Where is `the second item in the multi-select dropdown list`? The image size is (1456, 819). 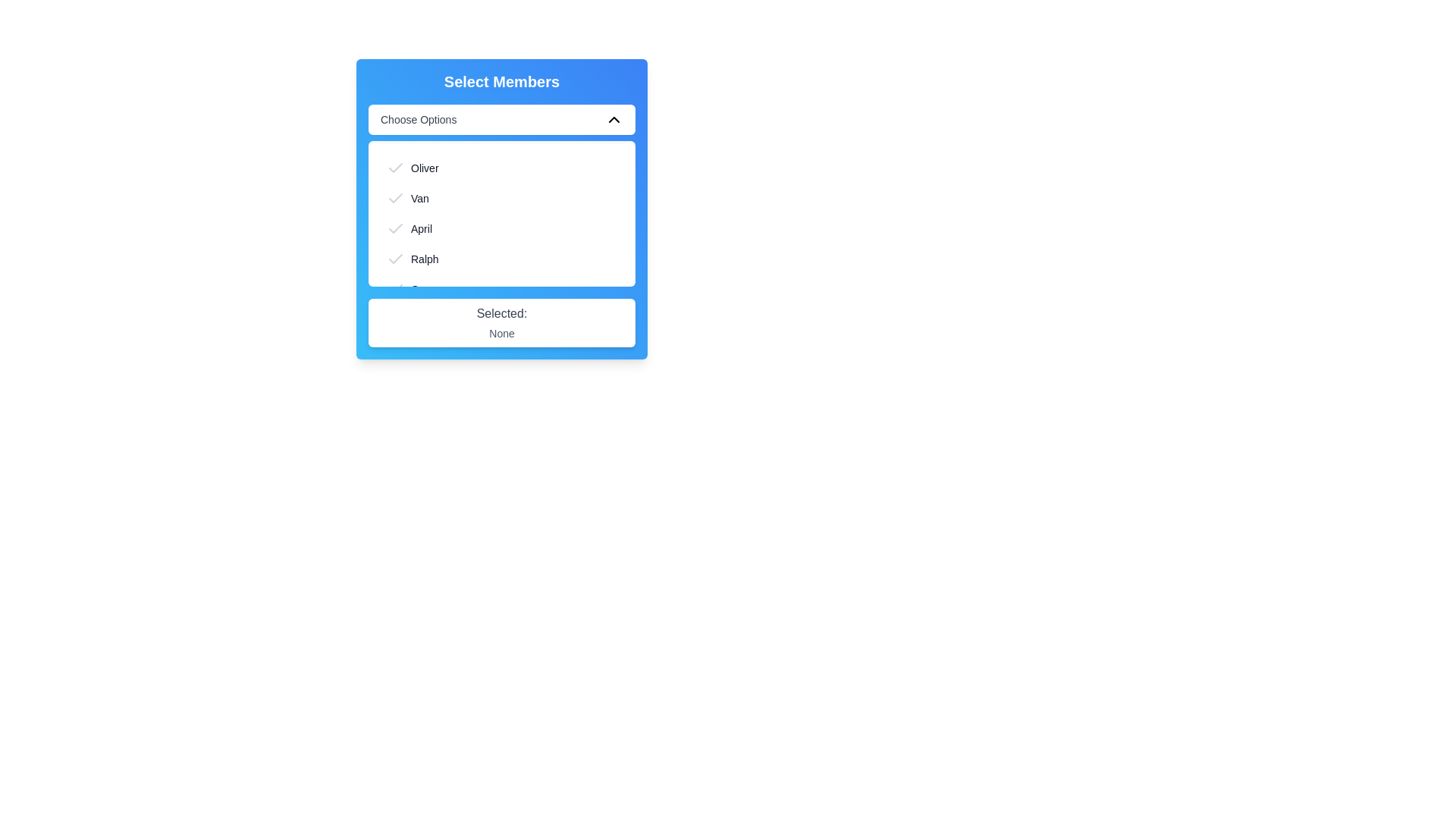 the second item in the multi-select dropdown list is located at coordinates (502, 198).